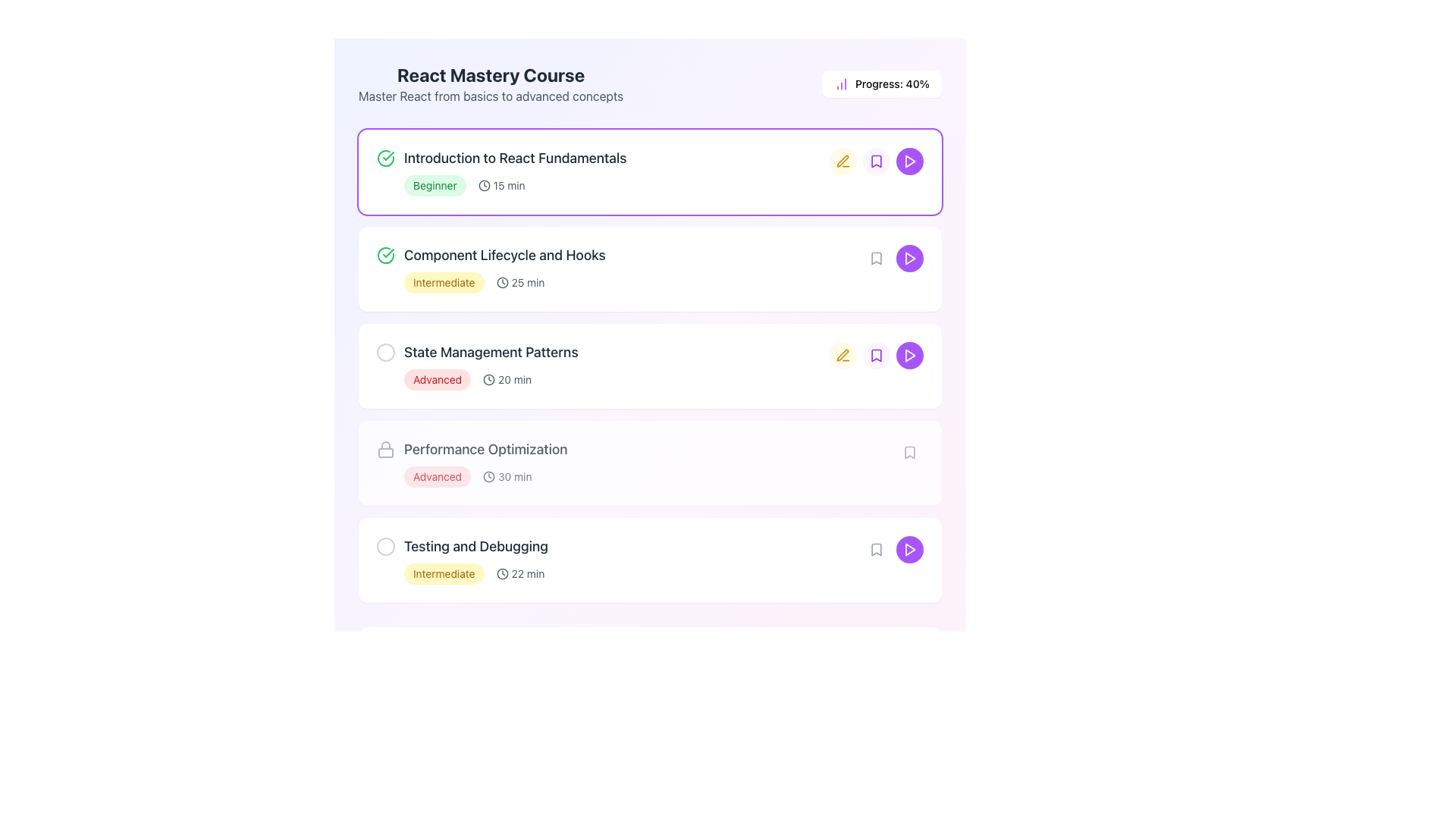 The image size is (1456, 819). What do you see at coordinates (385, 254) in the screenshot?
I see `the circular green icon with a checkmark that indicates completion, located to the left of the text 'Component Lifecycle and Hooks'` at bounding box center [385, 254].